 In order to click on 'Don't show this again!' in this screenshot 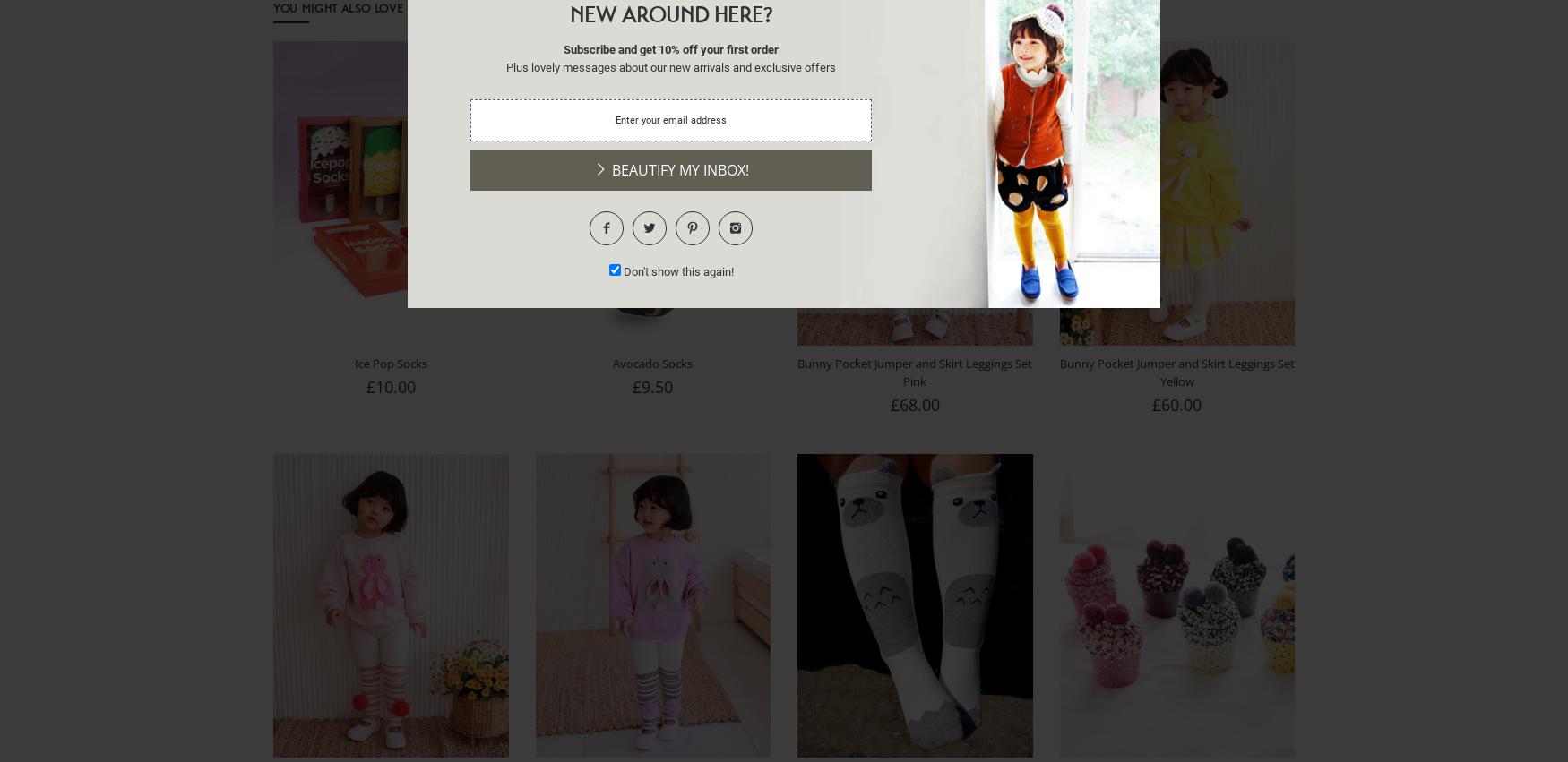, I will do `click(676, 270)`.